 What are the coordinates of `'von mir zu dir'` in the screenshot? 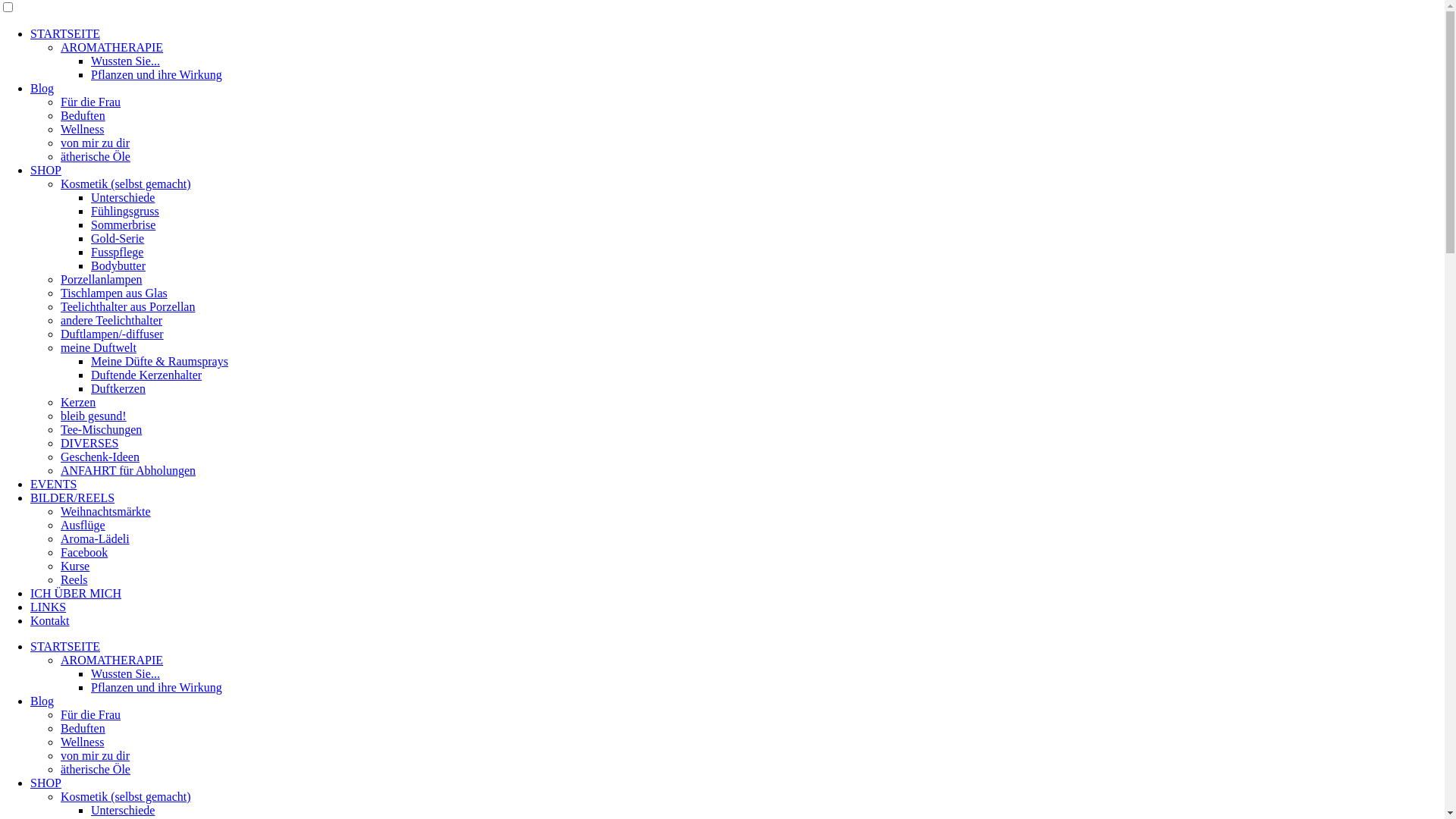 It's located at (94, 755).